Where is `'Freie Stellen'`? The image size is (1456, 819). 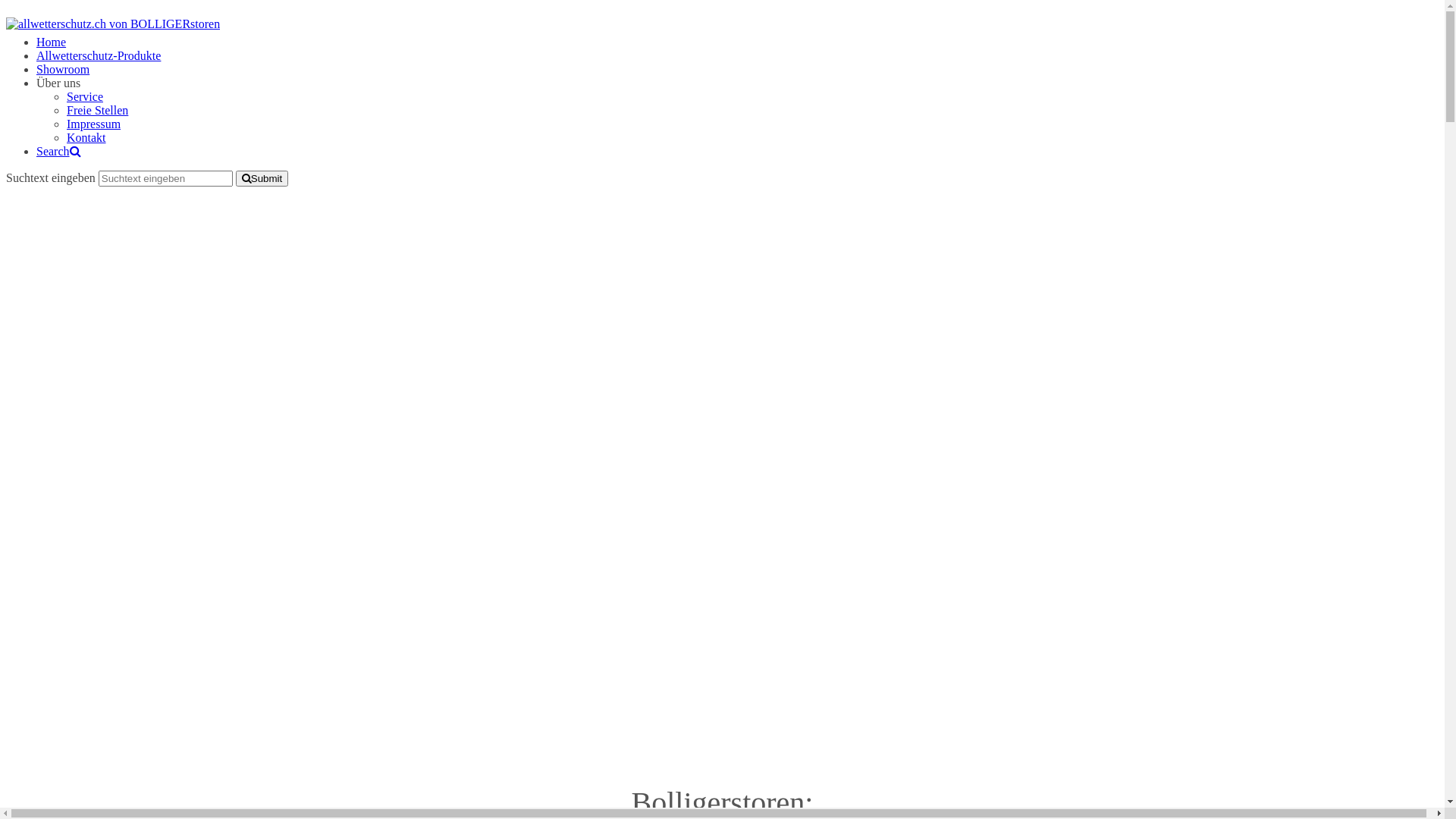
'Freie Stellen' is located at coordinates (65, 109).